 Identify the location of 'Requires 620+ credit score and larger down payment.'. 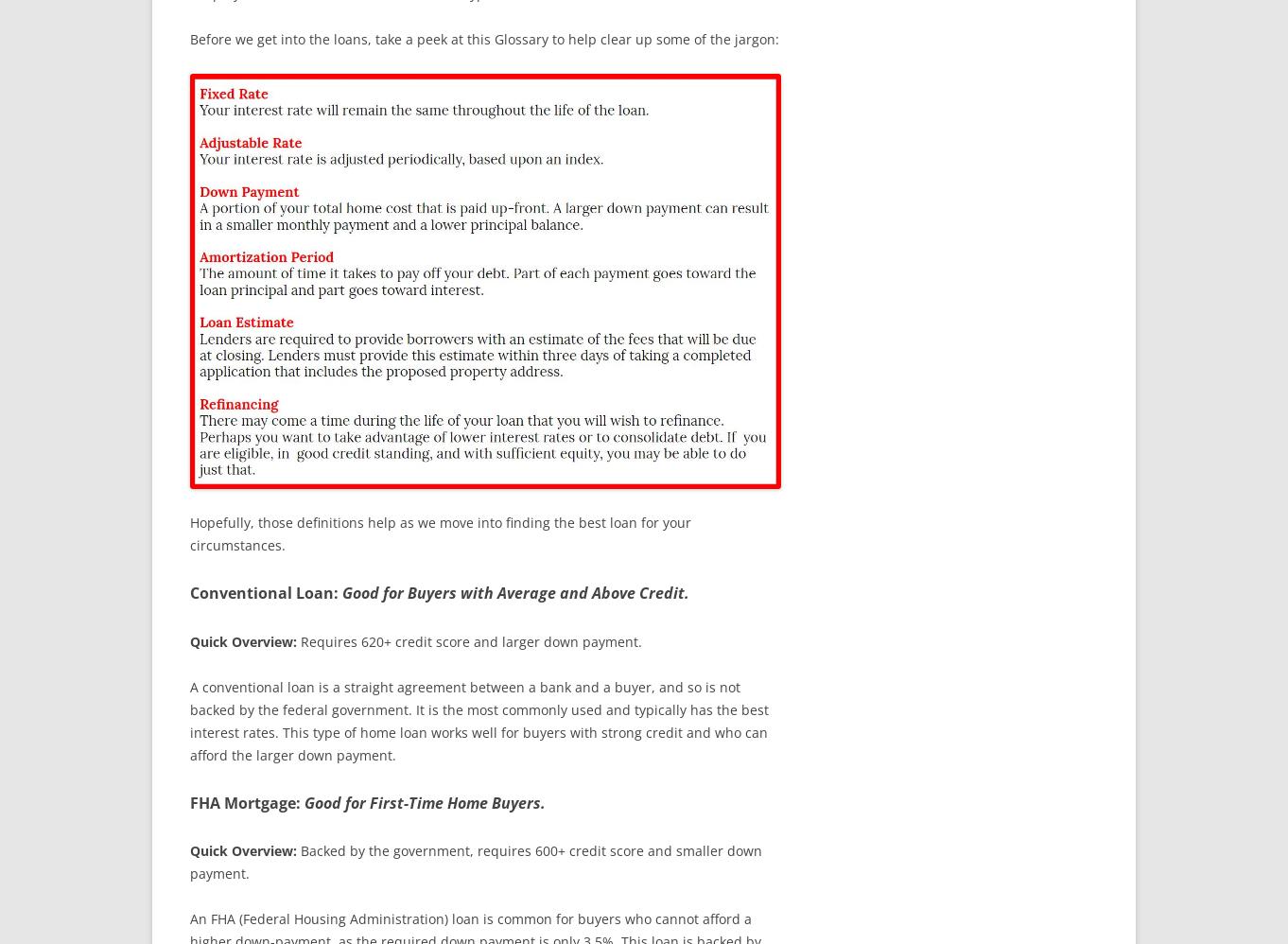
(296, 639).